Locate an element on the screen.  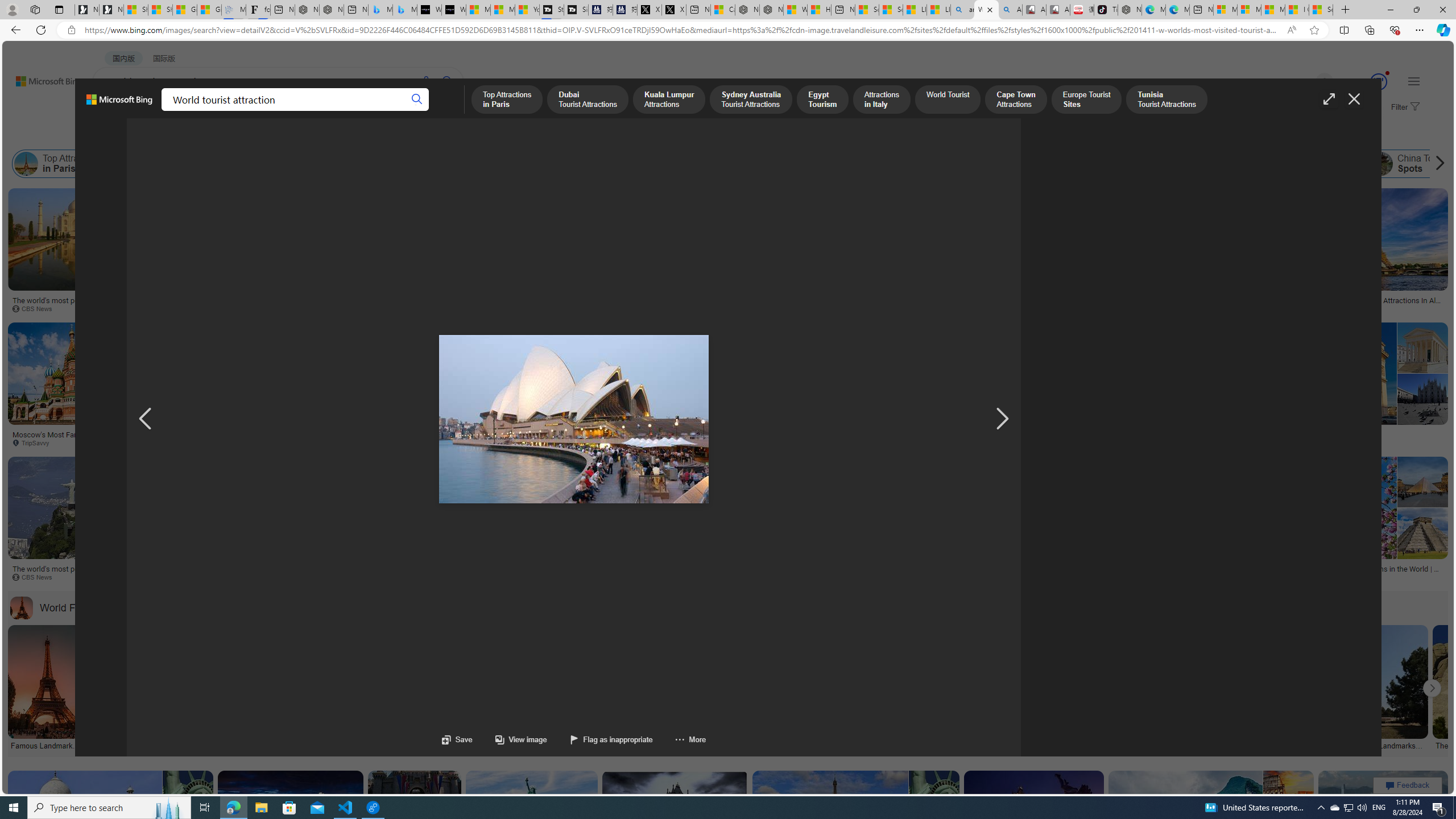
'Class: b_pri_nav_svg' is located at coordinates (192, 111).